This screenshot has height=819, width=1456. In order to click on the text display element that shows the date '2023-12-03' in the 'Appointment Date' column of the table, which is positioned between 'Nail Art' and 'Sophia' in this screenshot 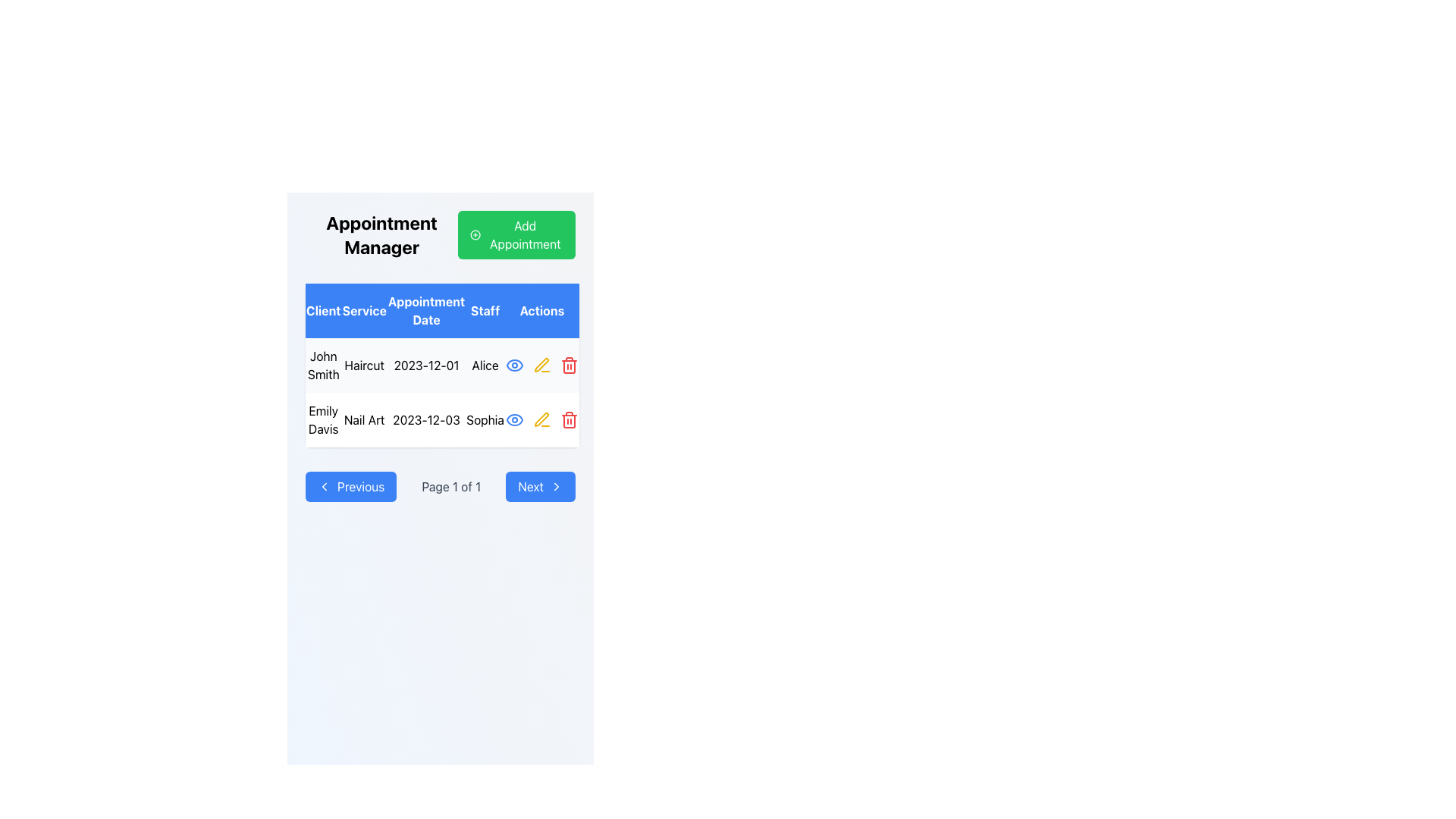, I will do `click(425, 420)`.